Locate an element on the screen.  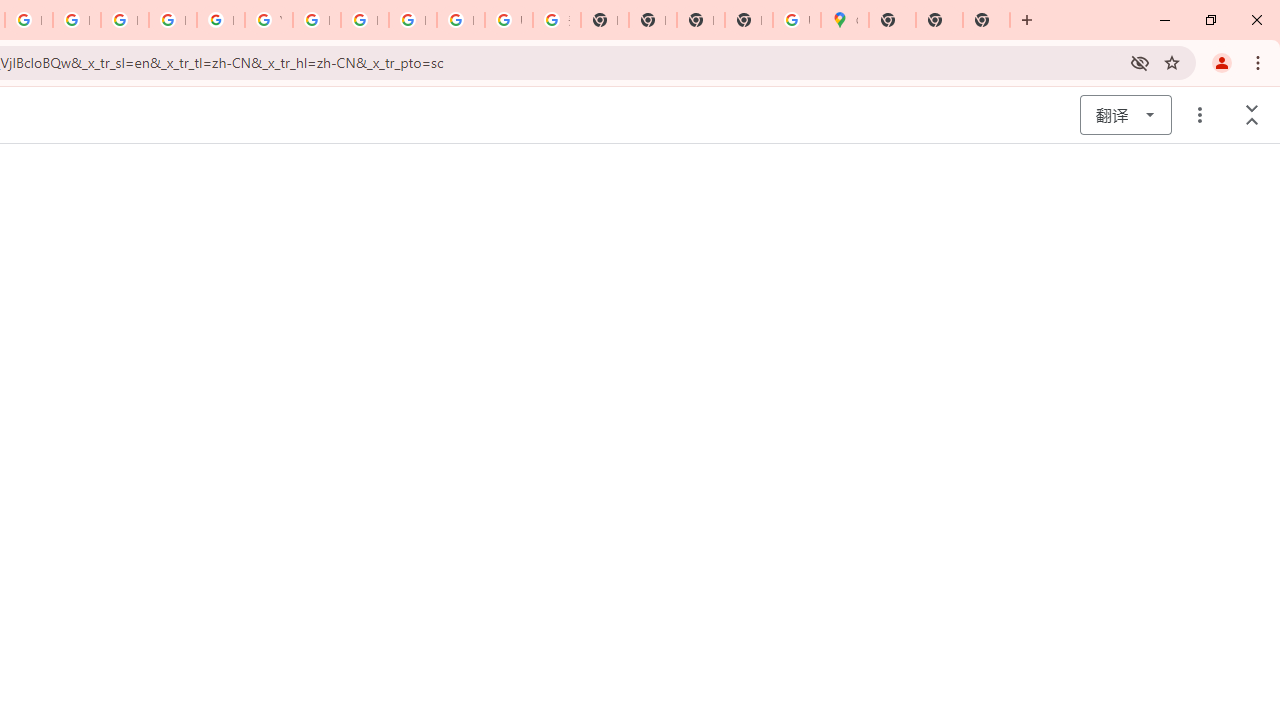
'Google Maps' is located at coordinates (844, 20).